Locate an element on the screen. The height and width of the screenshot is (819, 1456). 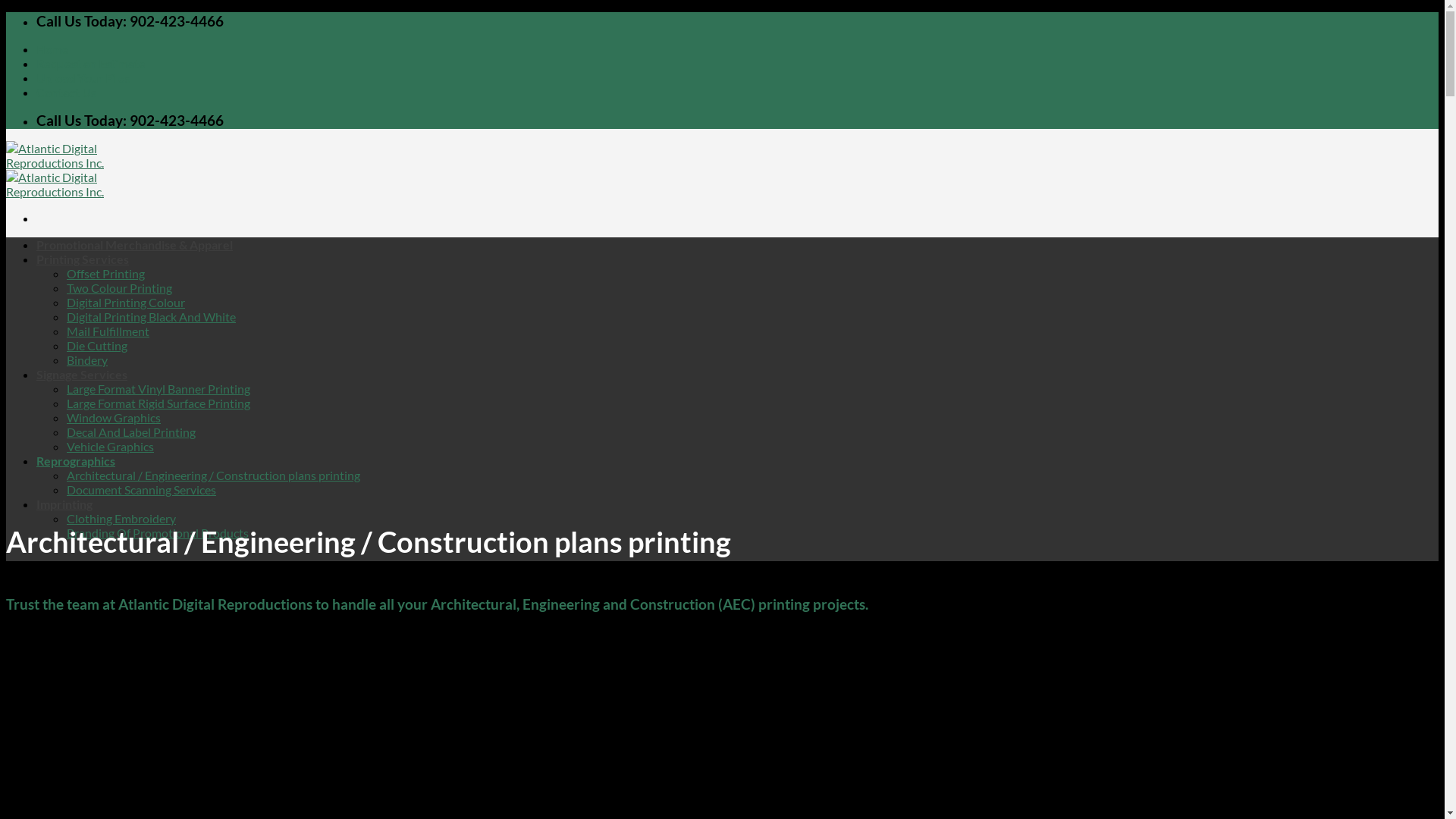
'Die Cutting' is located at coordinates (65, 345).